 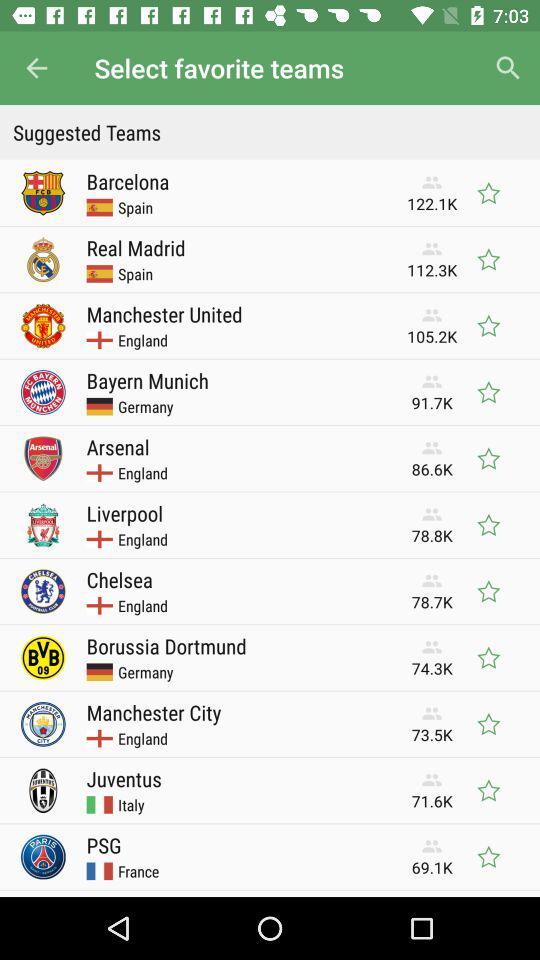 What do you see at coordinates (36, 68) in the screenshot?
I see `the icon to the left of select favorite teams icon` at bounding box center [36, 68].